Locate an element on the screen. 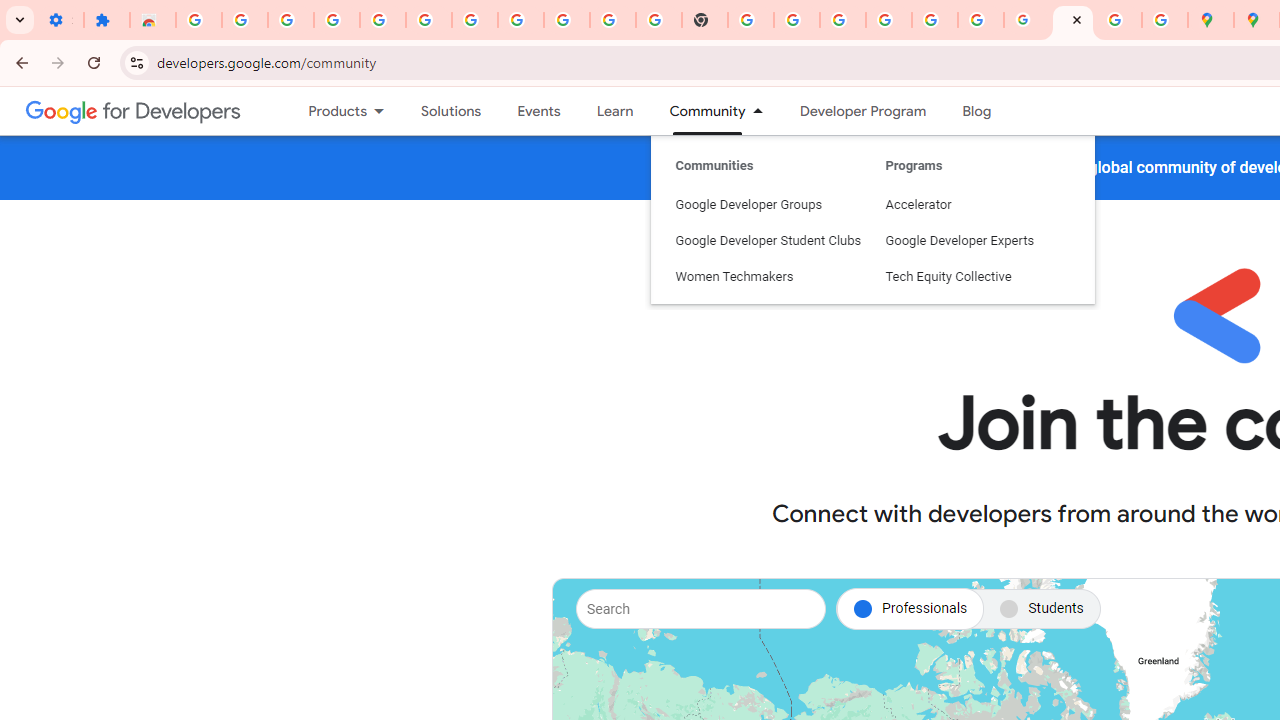  'Dropdown menu for Products' is located at coordinates (385, 111).